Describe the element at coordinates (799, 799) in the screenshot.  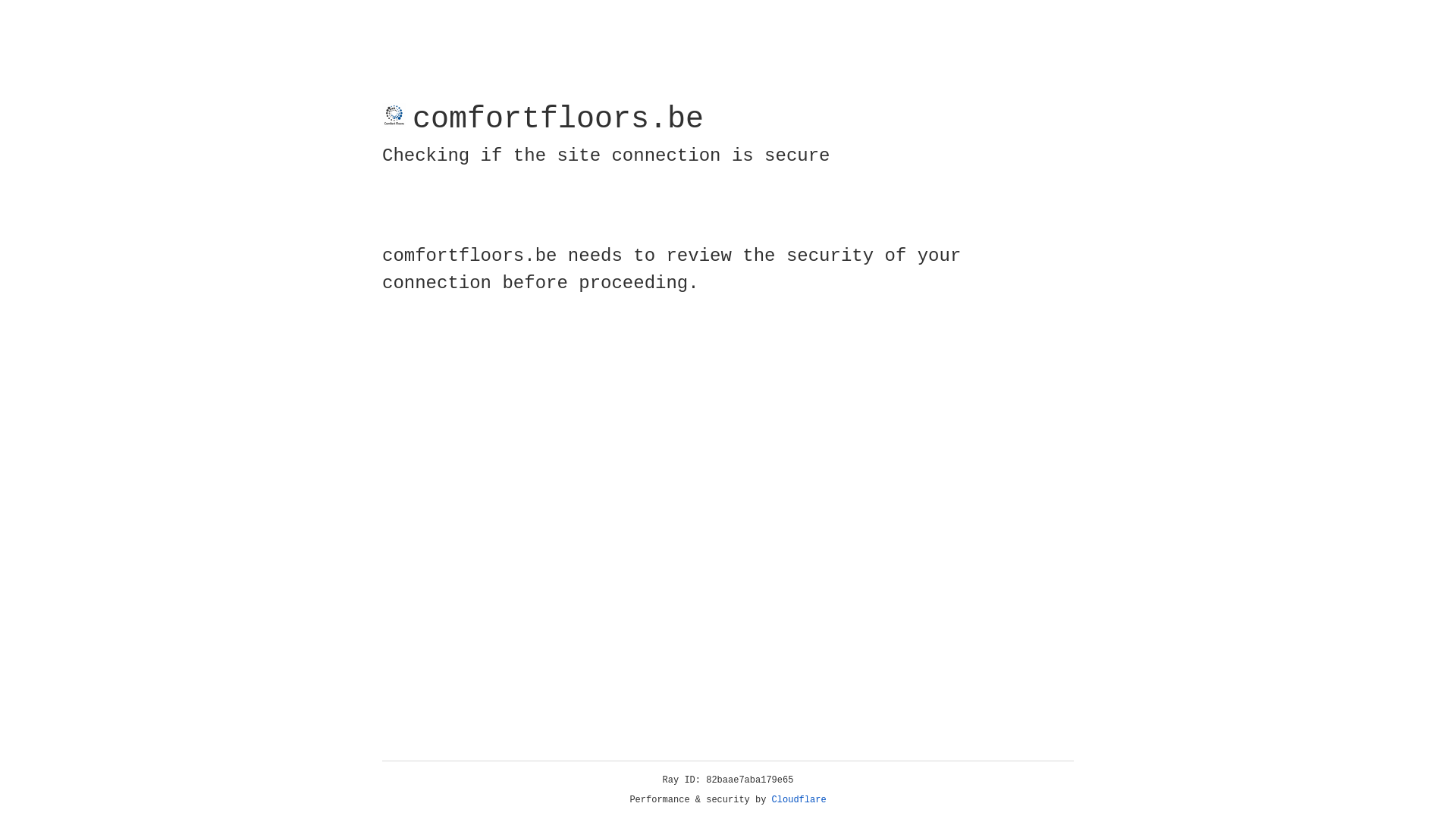
I see `'Cloudflare'` at that location.